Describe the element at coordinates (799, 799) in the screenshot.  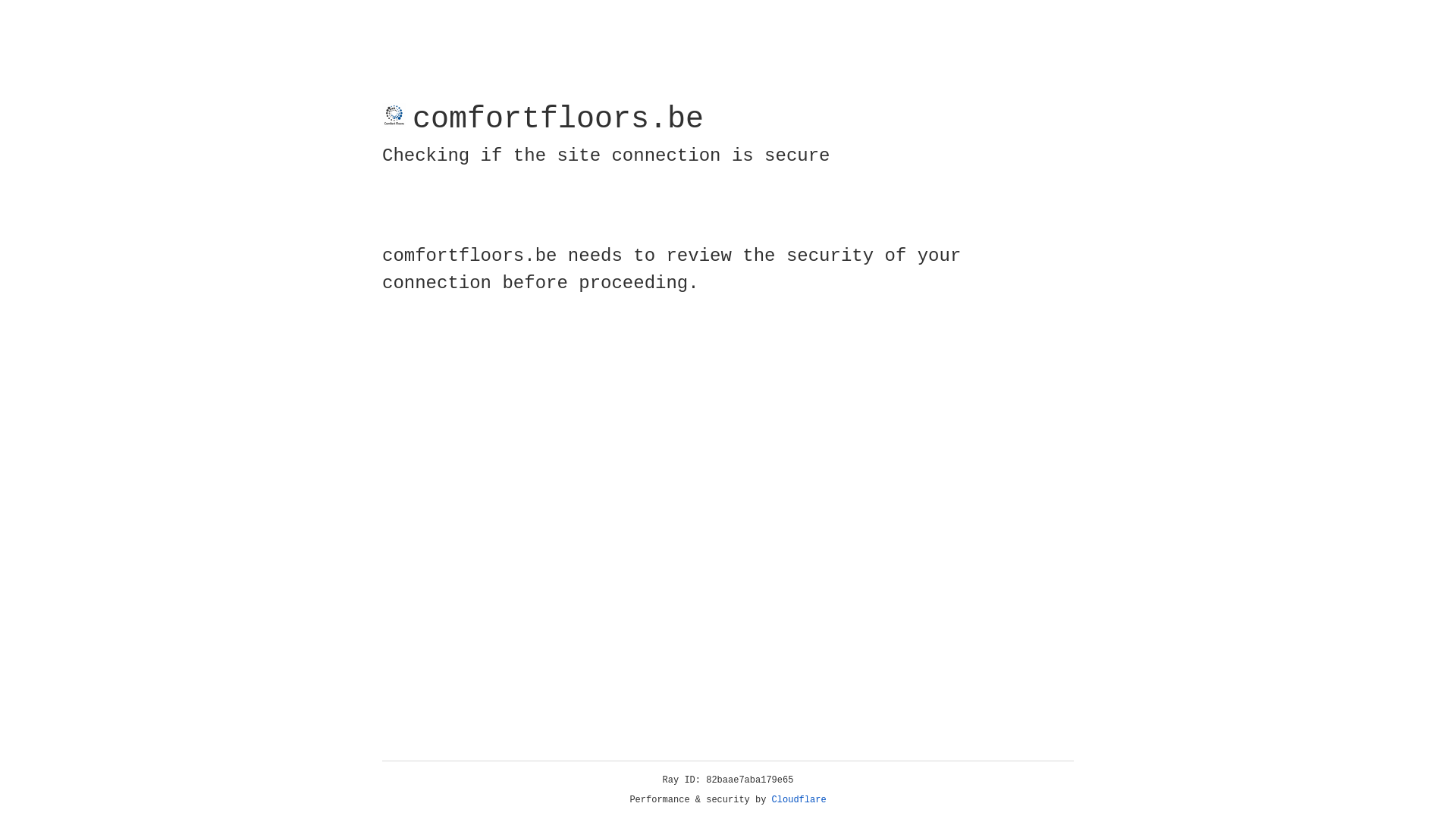
I see `'Cloudflare'` at that location.